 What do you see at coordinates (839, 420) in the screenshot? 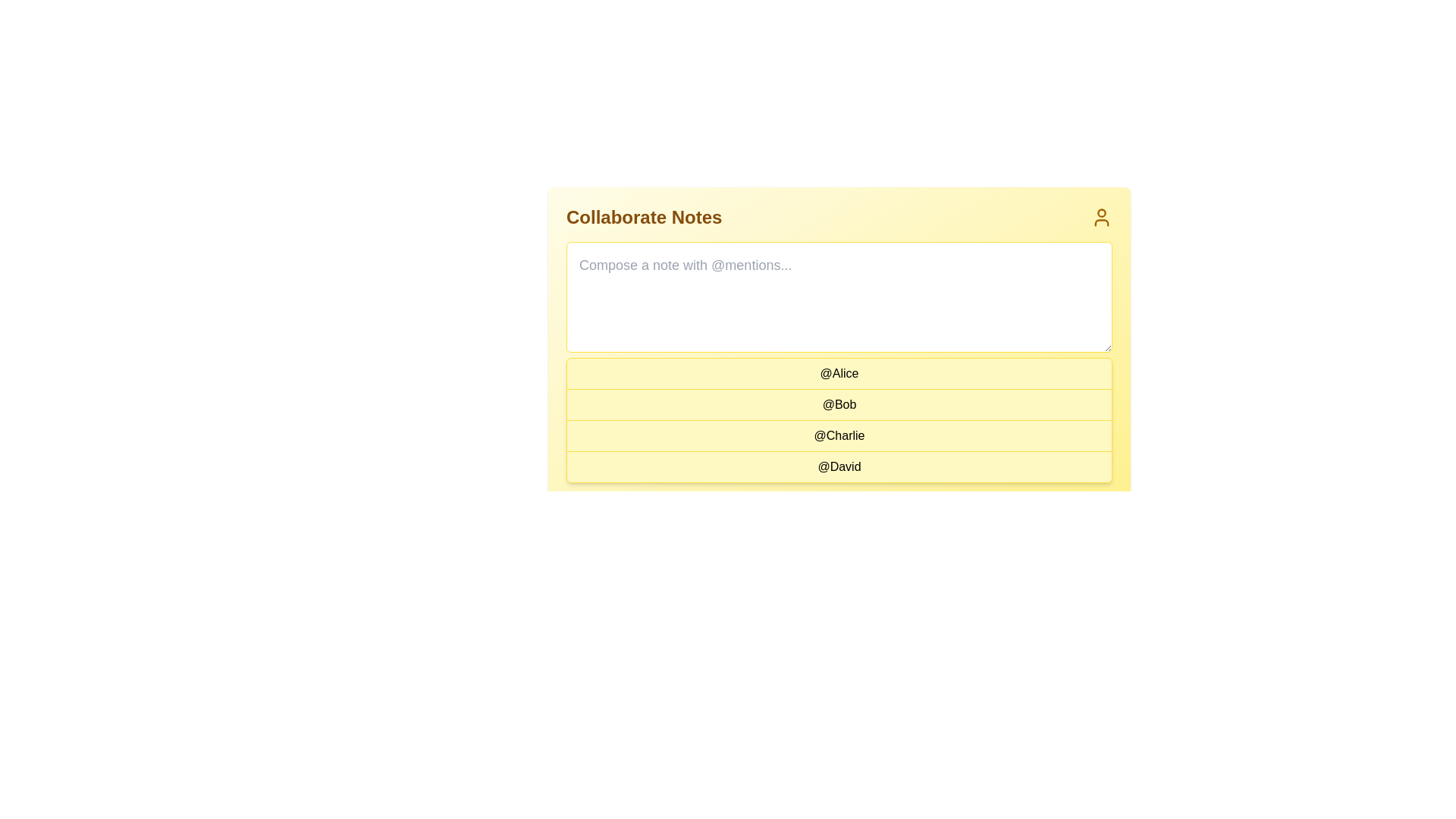
I see `the rows of the interactive list of usernames located centrally below the input text area` at bounding box center [839, 420].